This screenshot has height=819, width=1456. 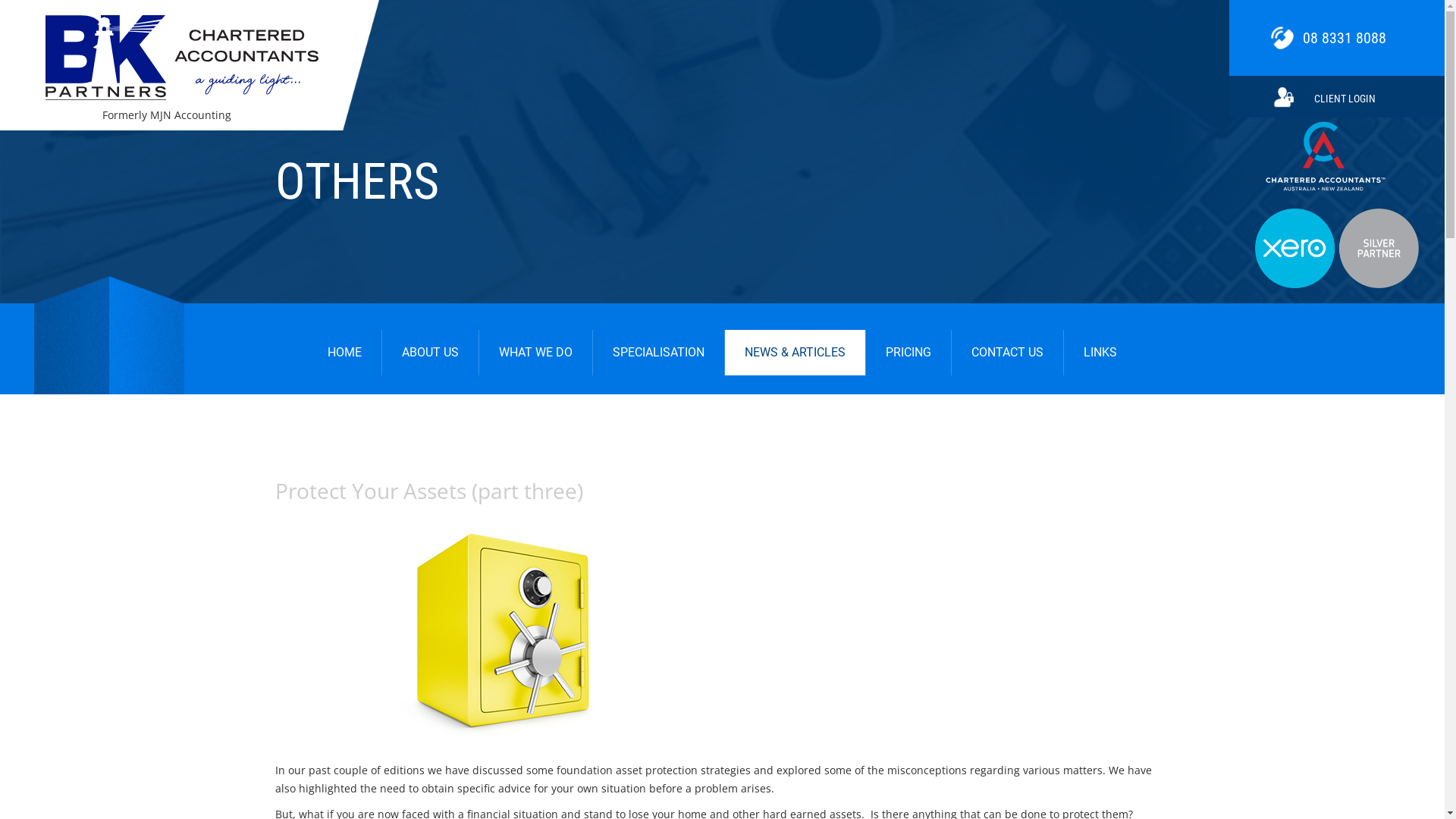 I want to click on 'CLIENT LOGIN', so click(x=1336, y=96).